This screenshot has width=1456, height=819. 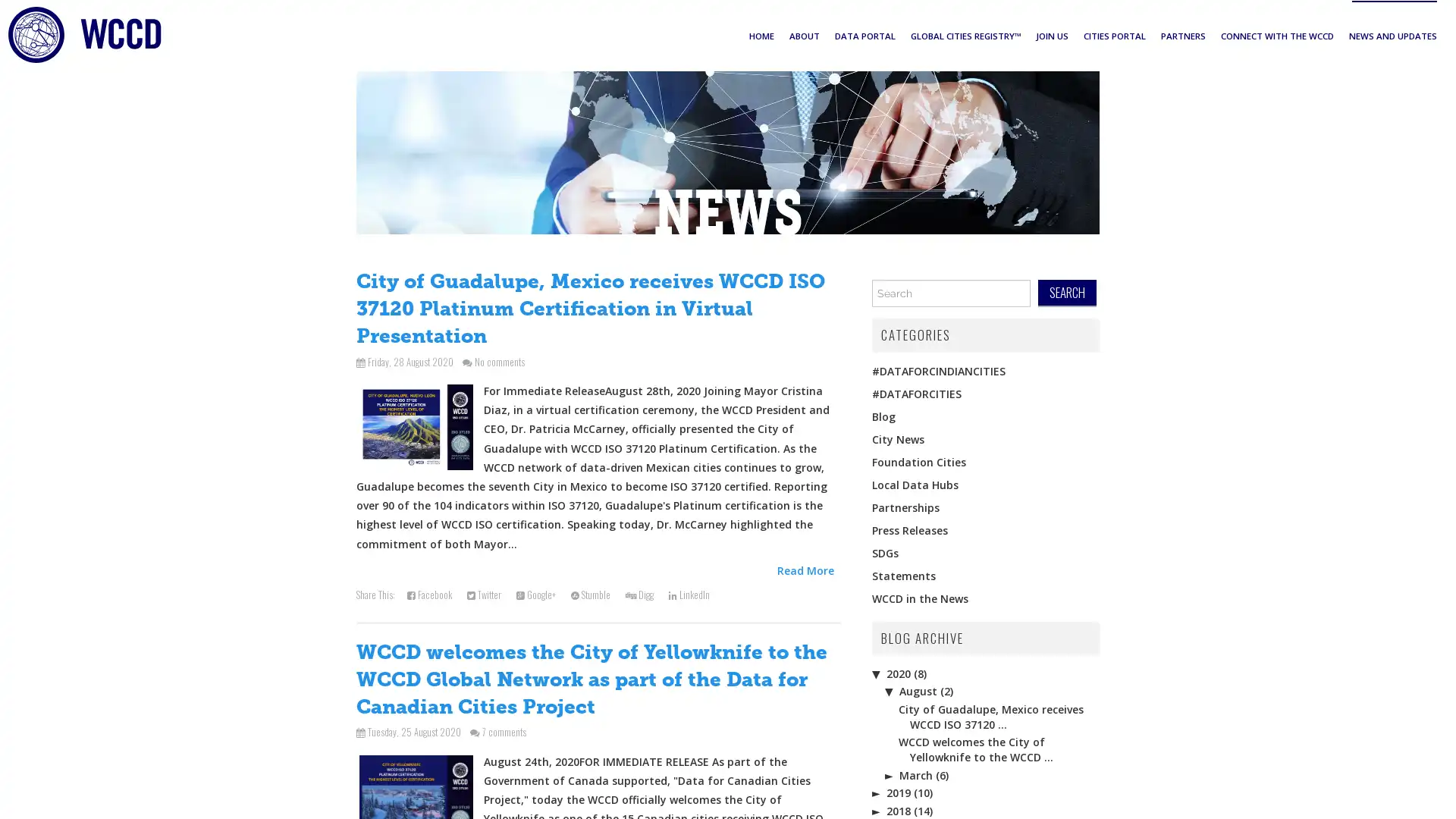 What do you see at coordinates (1066, 293) in the screenshot?
I see `Search` at bounding box center [1066, 293].